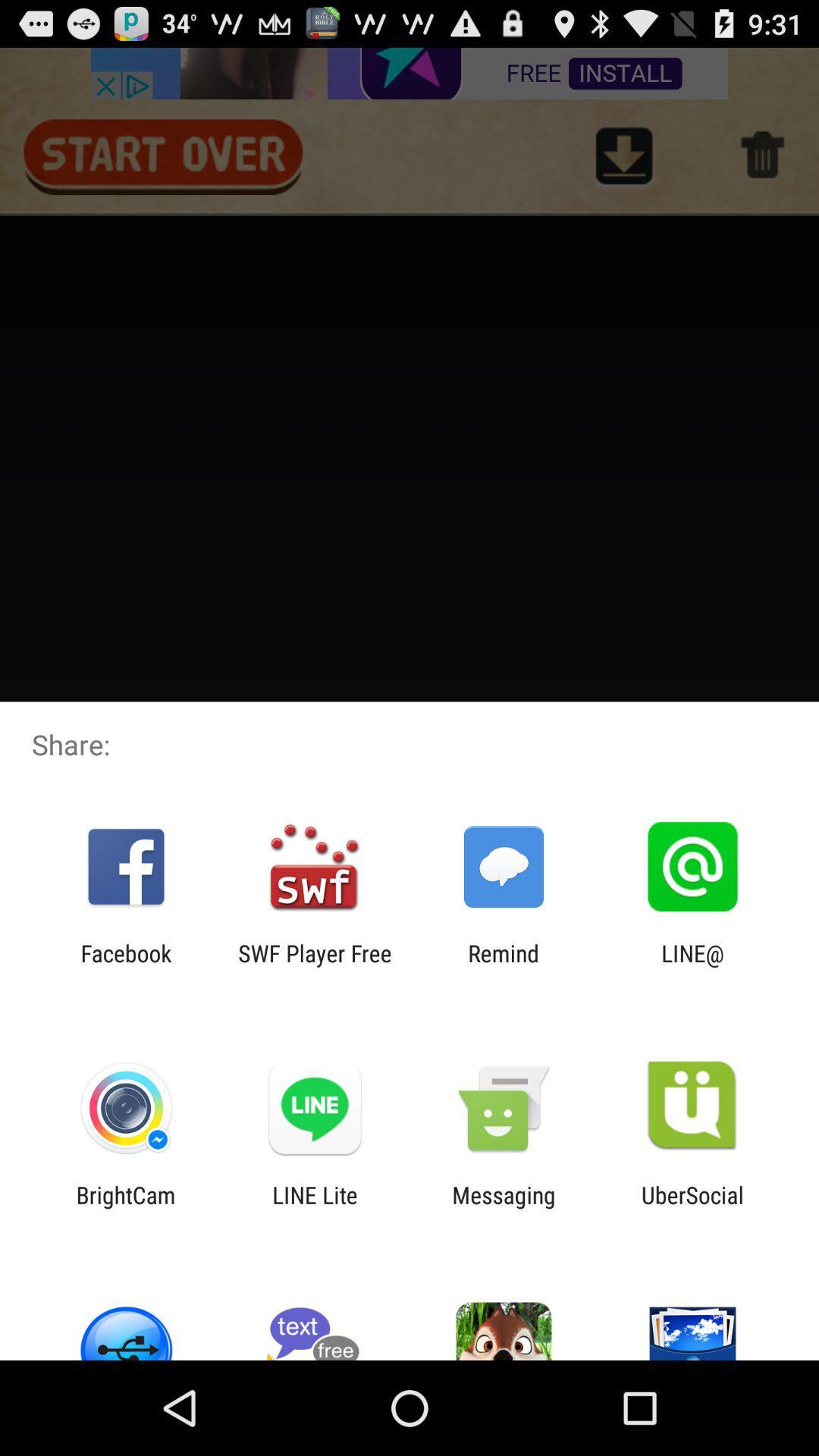  What do you see at coordinates (125, 966) in the screenshot?
I see `facebook item` at bounding box center [125, 966].